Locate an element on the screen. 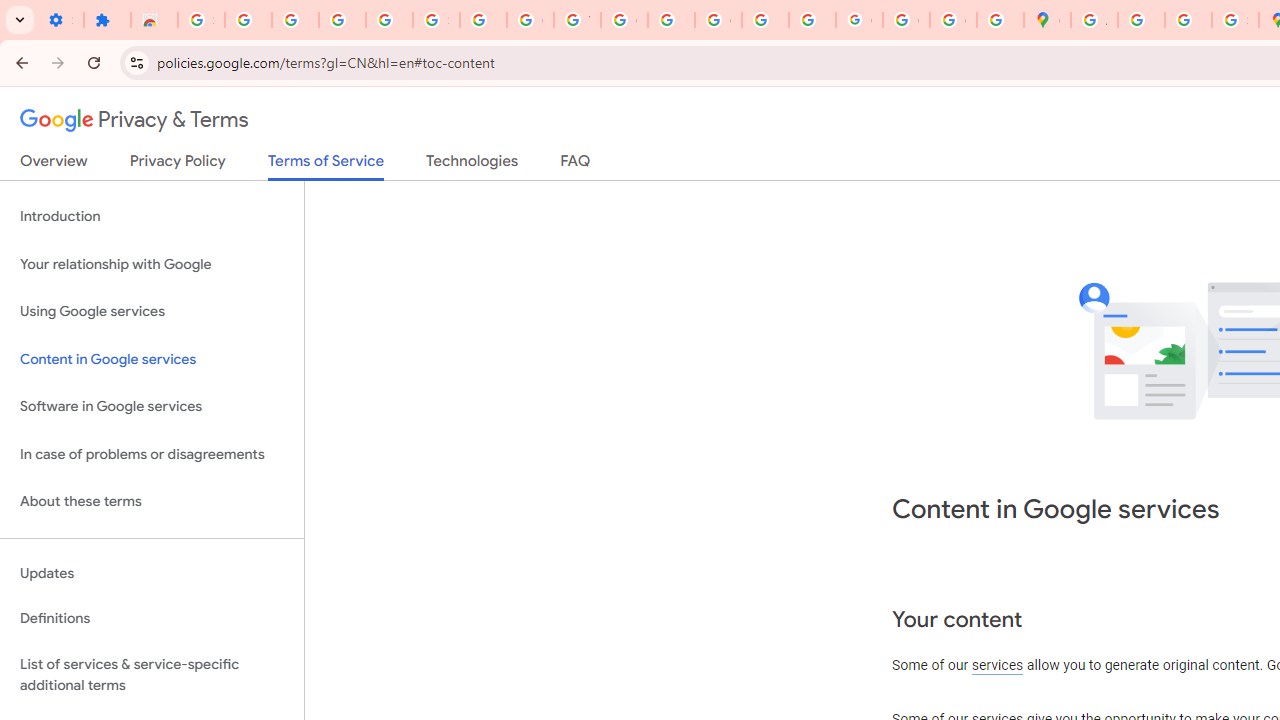  'https://scholar.google.com/' is located at coordinates (671, 20).